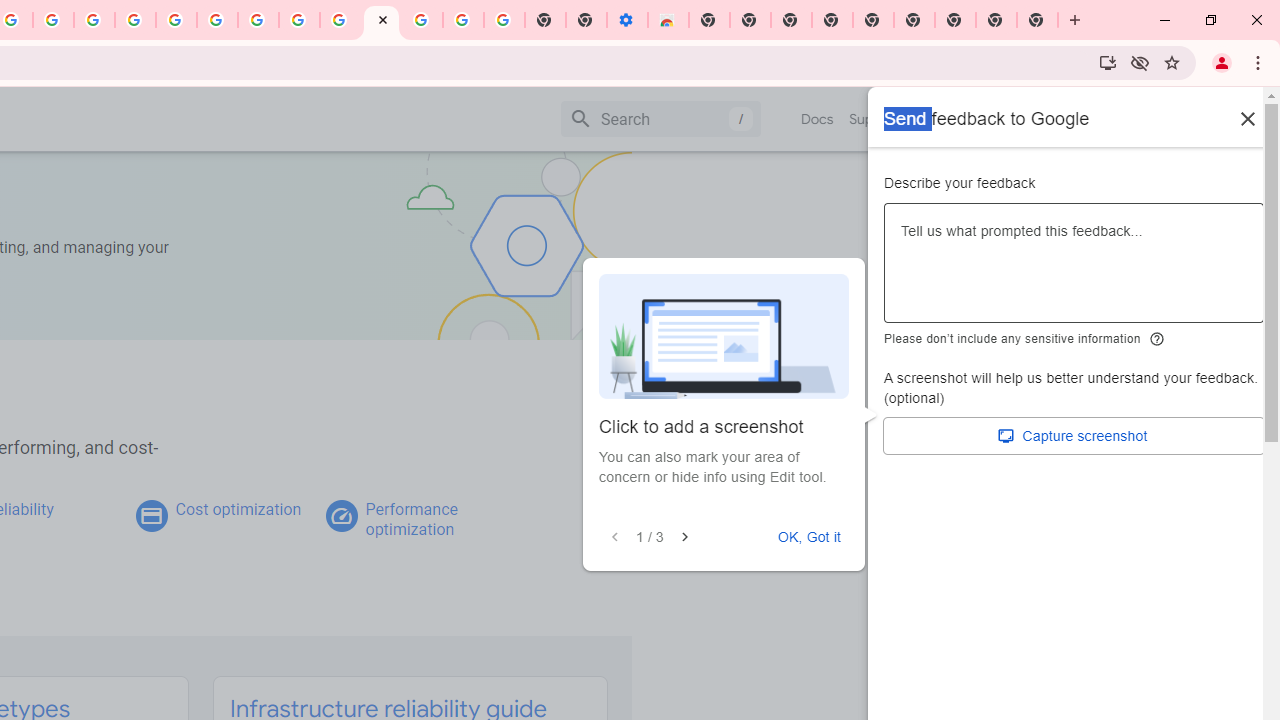 This screenshot has height=720, width=1280. What do you see at coordinates (817, 119) in the screenshot?
I see `'Docs'` at bounding box center [817, 119].